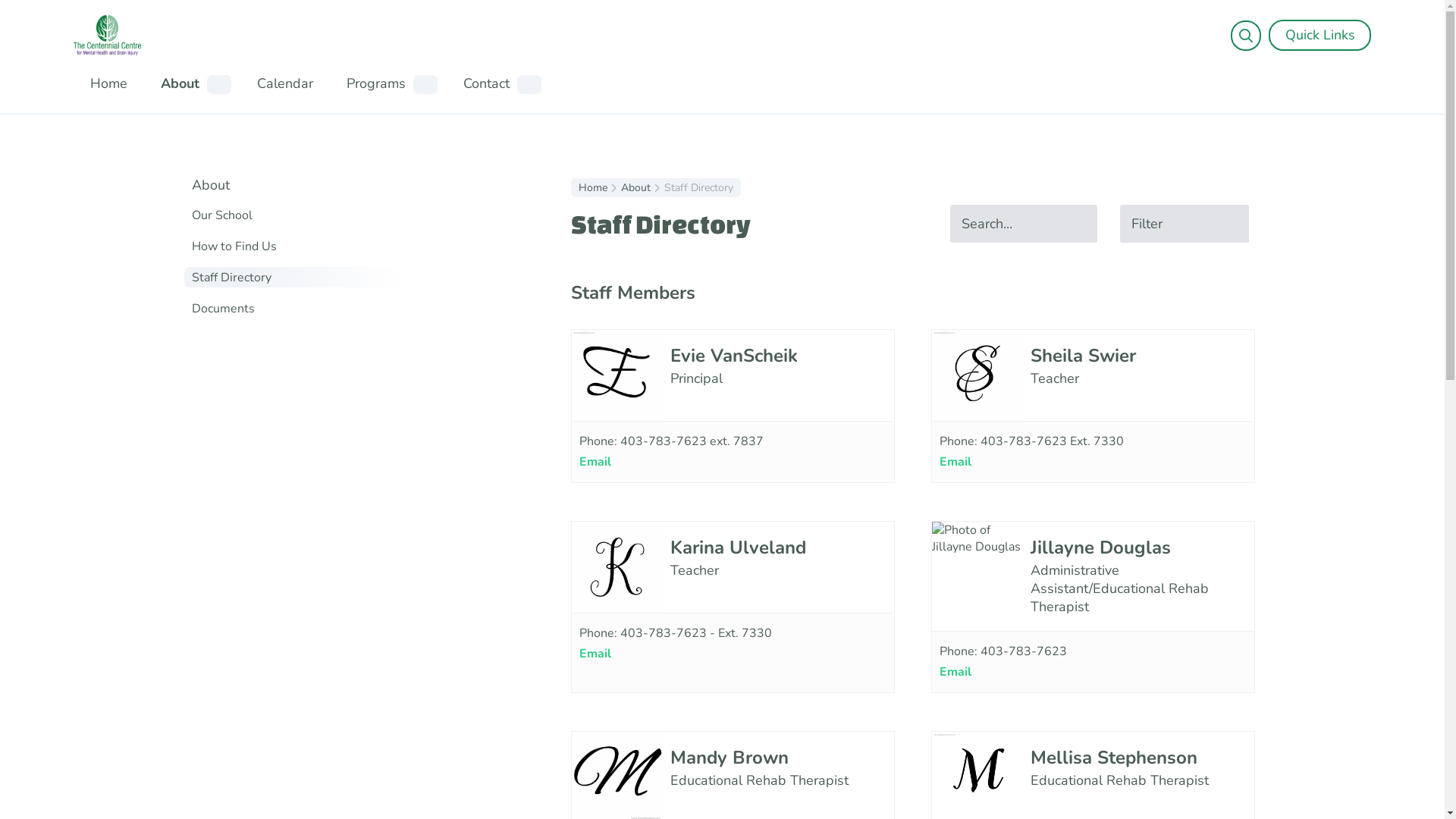 This screenshot has width=1456, height=819. What do you see at coordinates (1319, 34) in the screenshot?
I see `'Quick Links'` at bounding box center [1319, 34].